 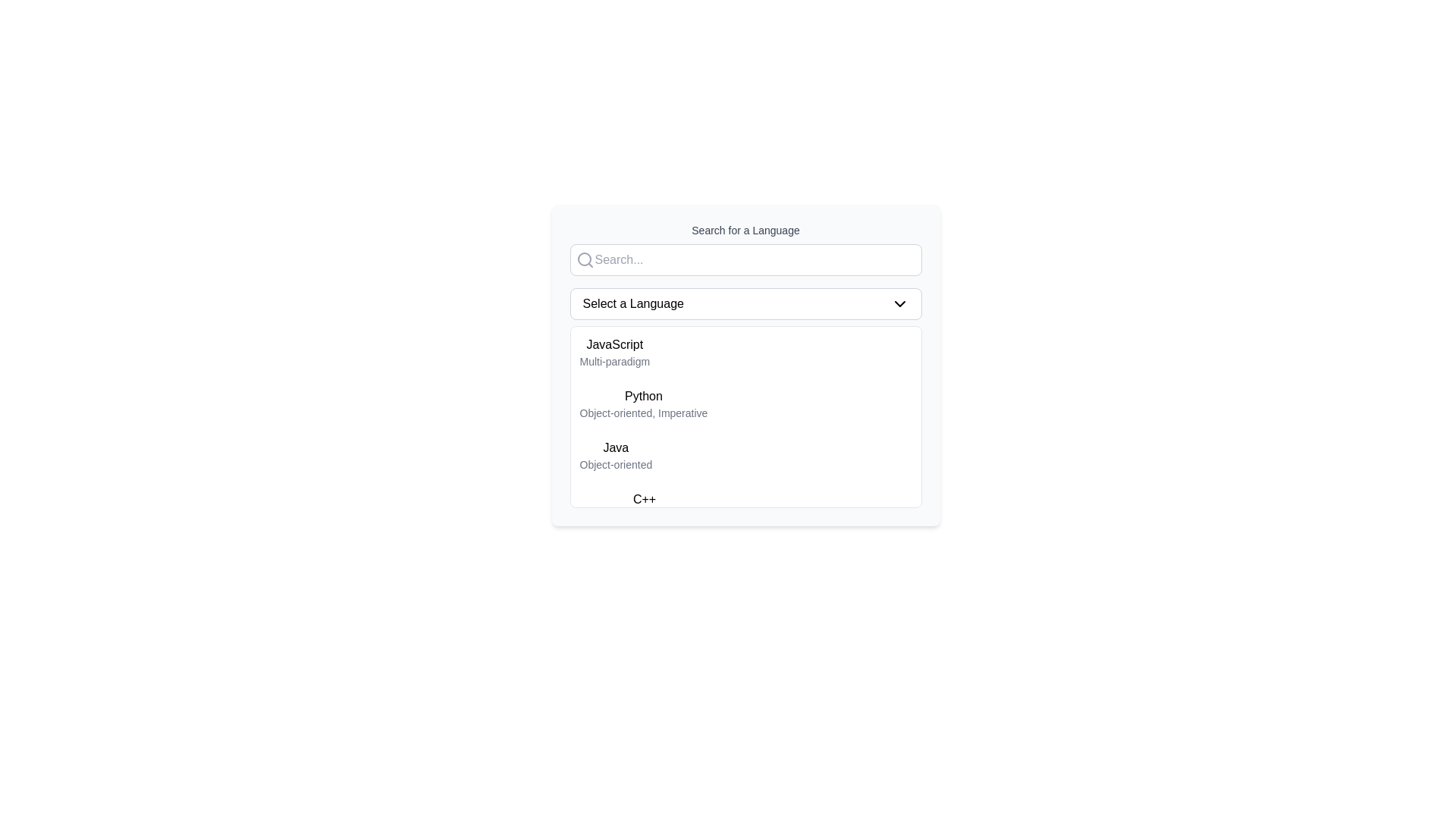 I want to click on the text label indicating the programming language 'C++' located in the fourth row of the dropdown selection menu, so click(x=645, y=500).